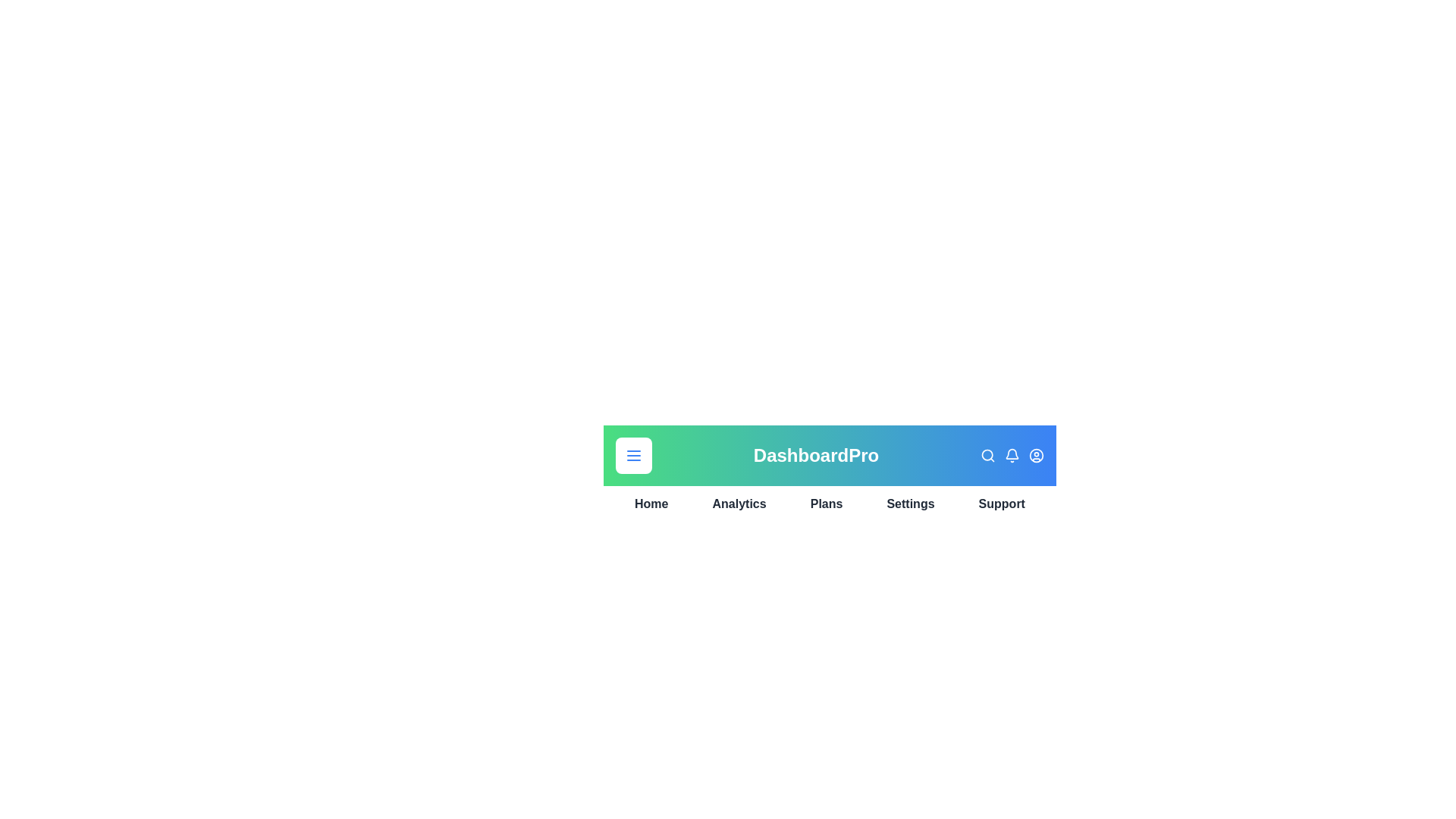 This screenshot has width=1456, height=819. What do you see at coordinates (987, 455) in the screenshot?
I see `the search icon` at bounding box center [987, 455].